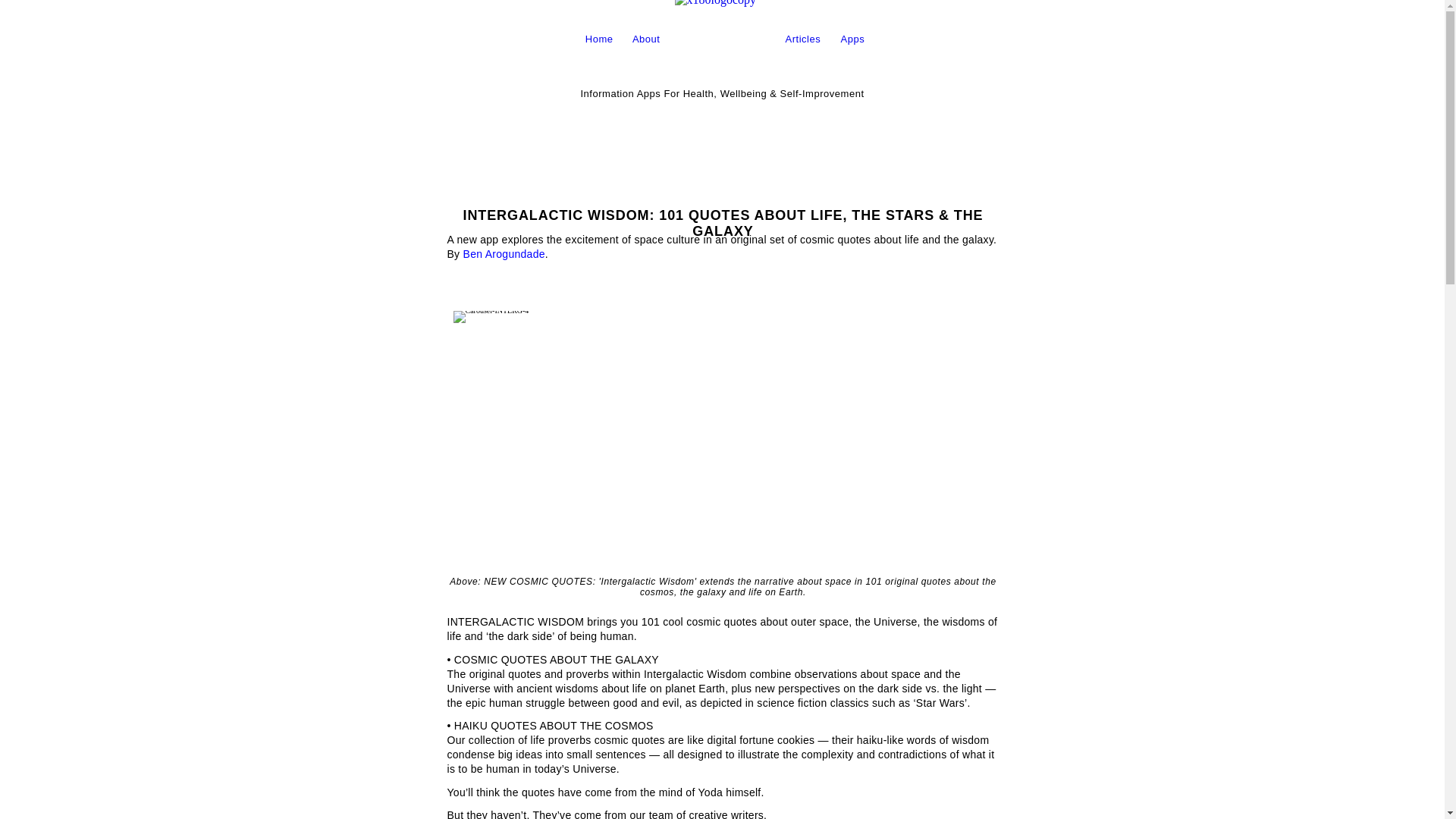  What do you see at coordinates (839, 38) in the screenshot?
I see `'Apps'` at bounding box center [839, 38].